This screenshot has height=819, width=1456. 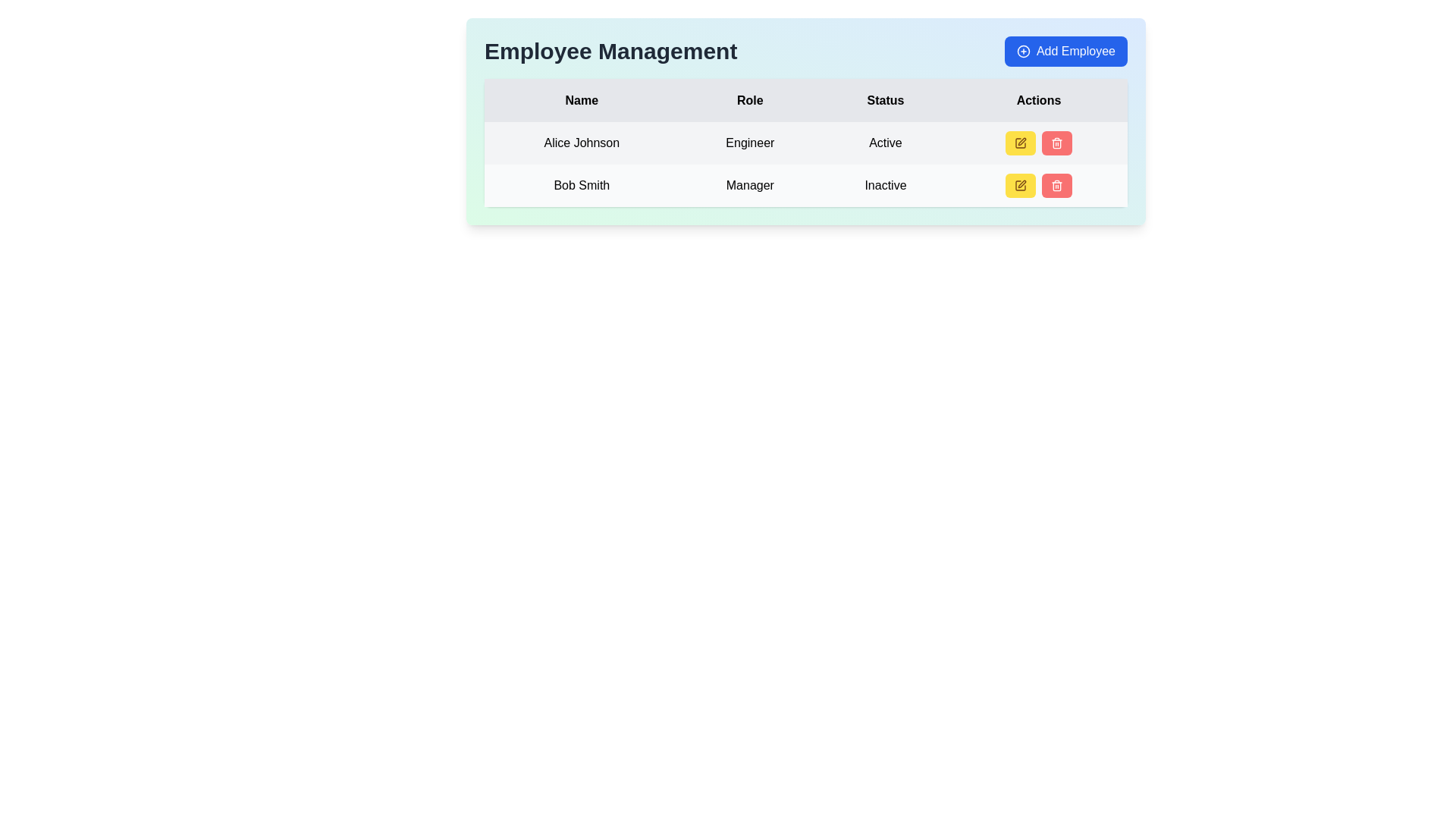 What do you see at coordinates (750, 185) in the screenshot?
I see `the text label displaying 'Manager', which is located in the second row under the 'Role' header, adjacent to 'Bob Smith' and 'Inactive'` at bounding box center [750, 185].